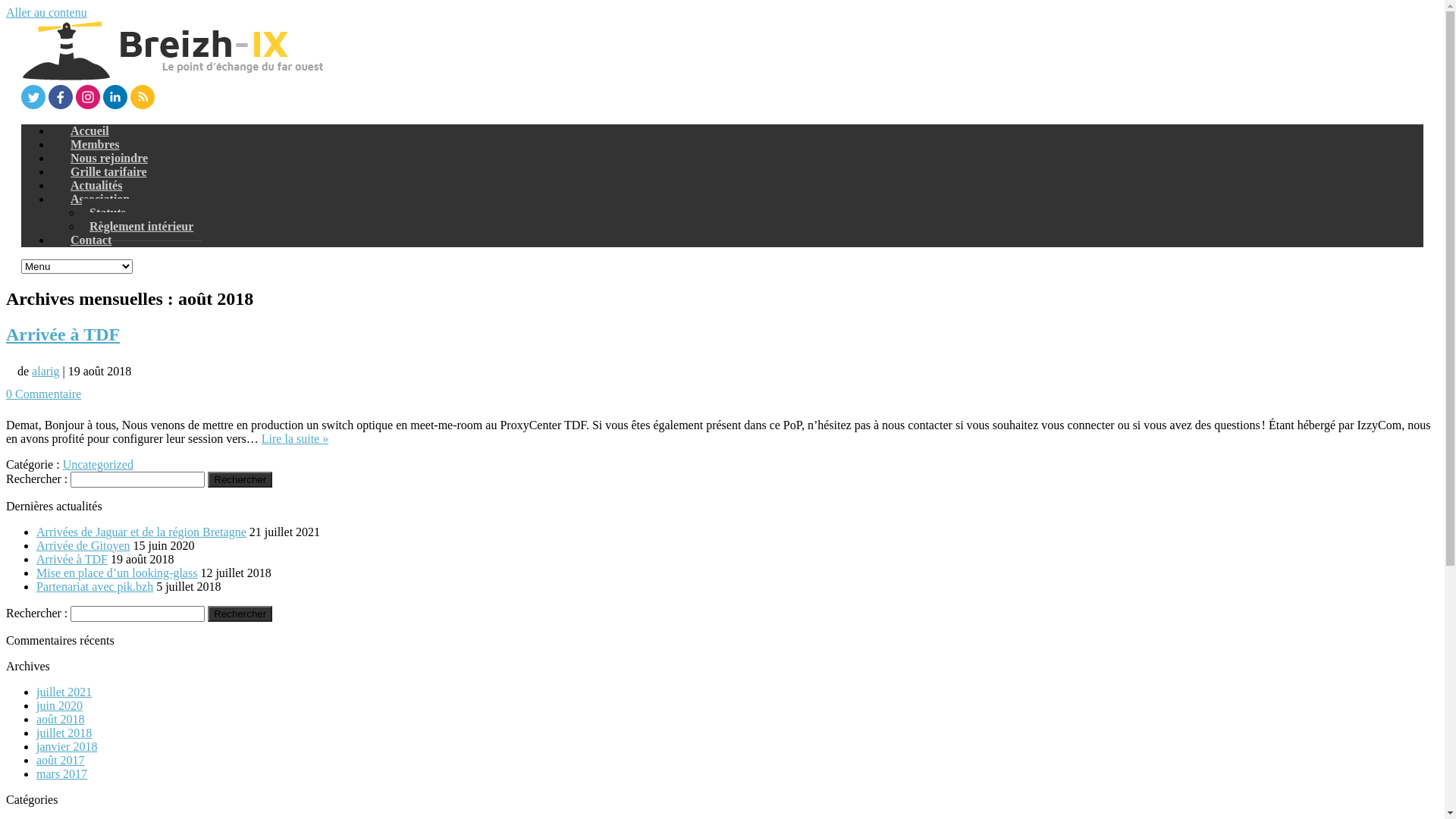 The height and width of the screenshot is (819, 1456). I want to click on 'Aller au contenu', so click(6, 12).